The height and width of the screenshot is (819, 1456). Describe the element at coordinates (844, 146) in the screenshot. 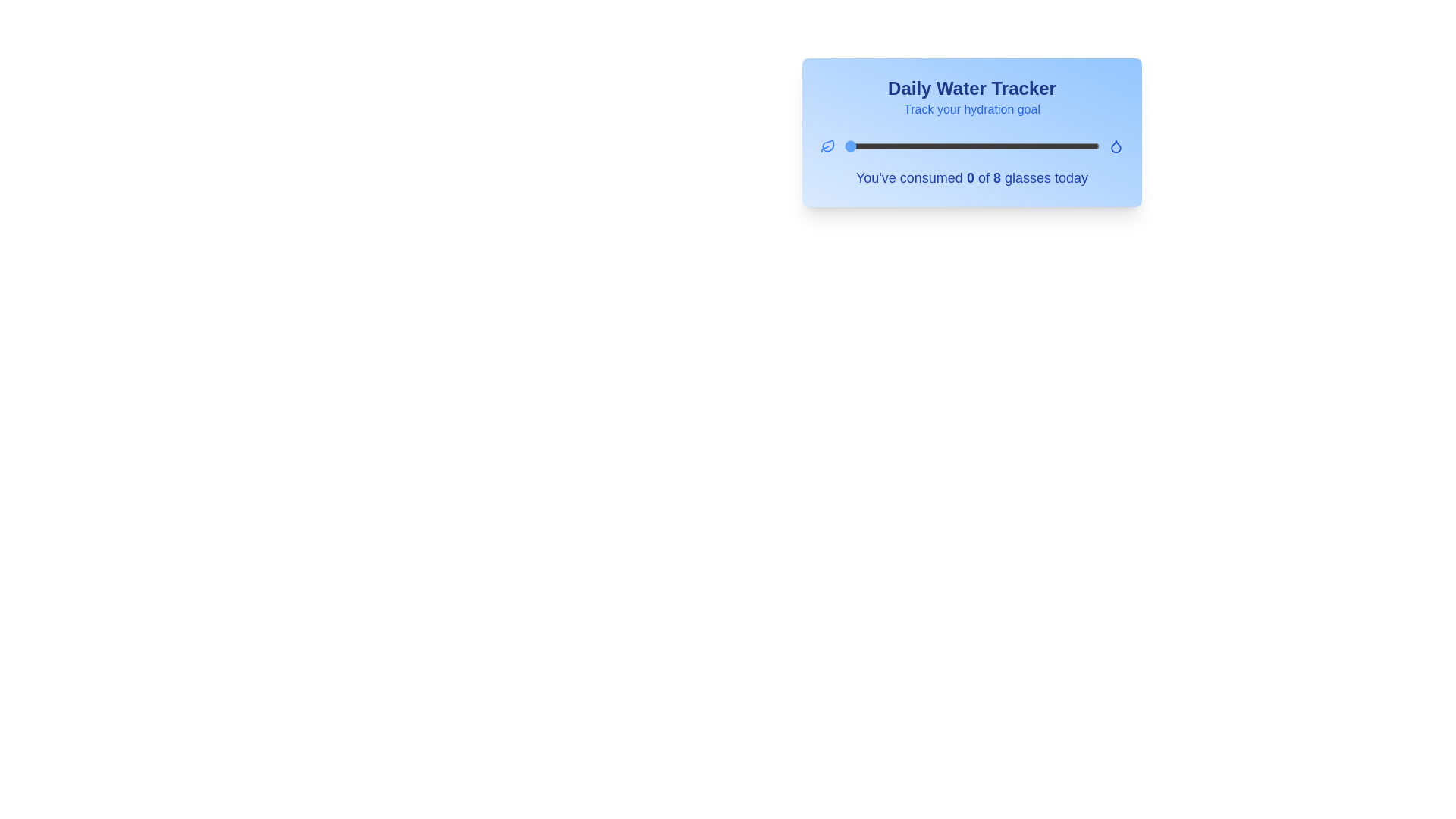

I see `the water intake slider to set the water consumption to 0 glasses` at that location.